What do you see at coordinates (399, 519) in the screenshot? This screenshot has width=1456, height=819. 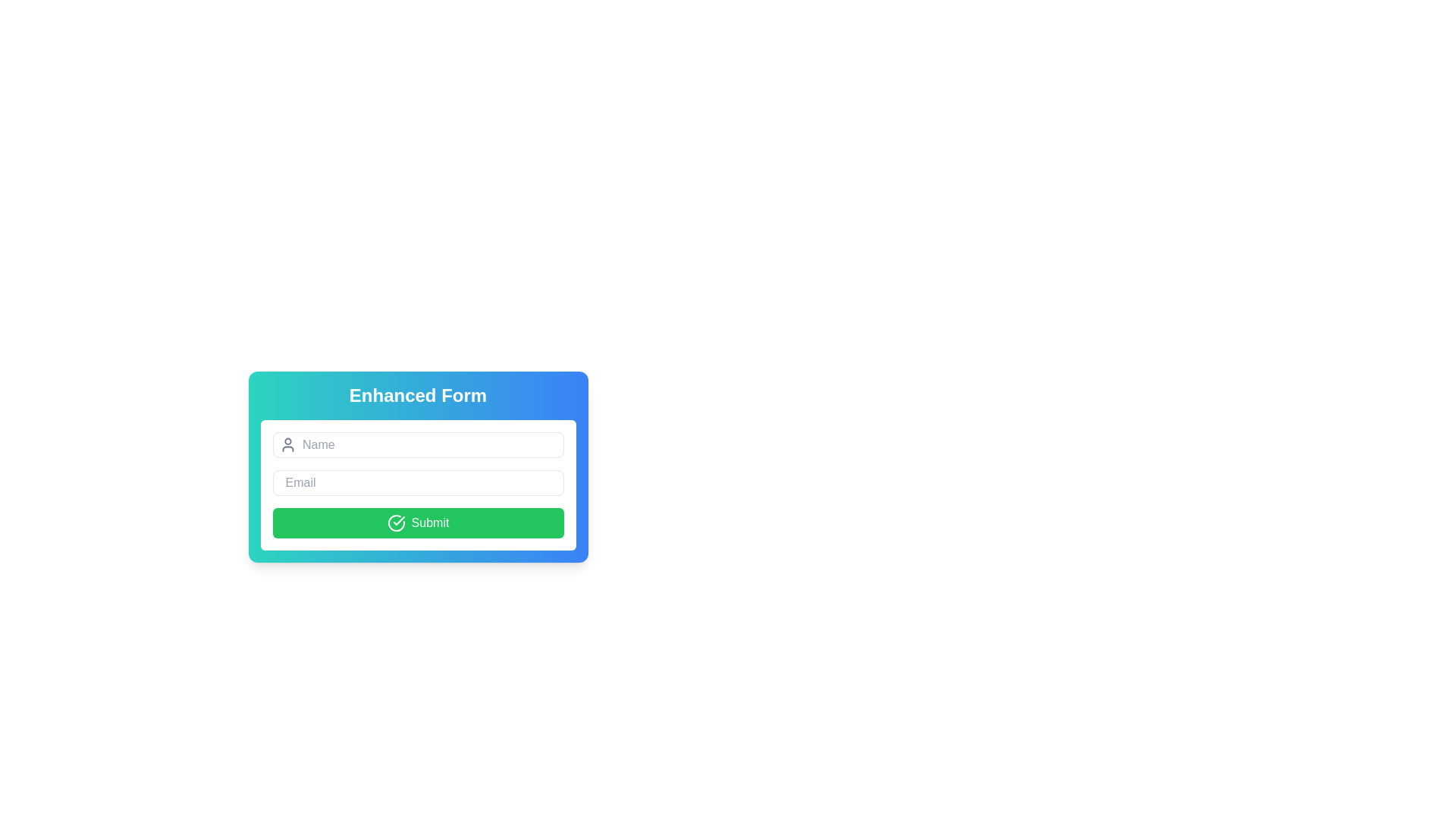 I see `the confirmation icon button located at the bottom of the form layout, which signifies task completion` at bounding box center [399, 519].